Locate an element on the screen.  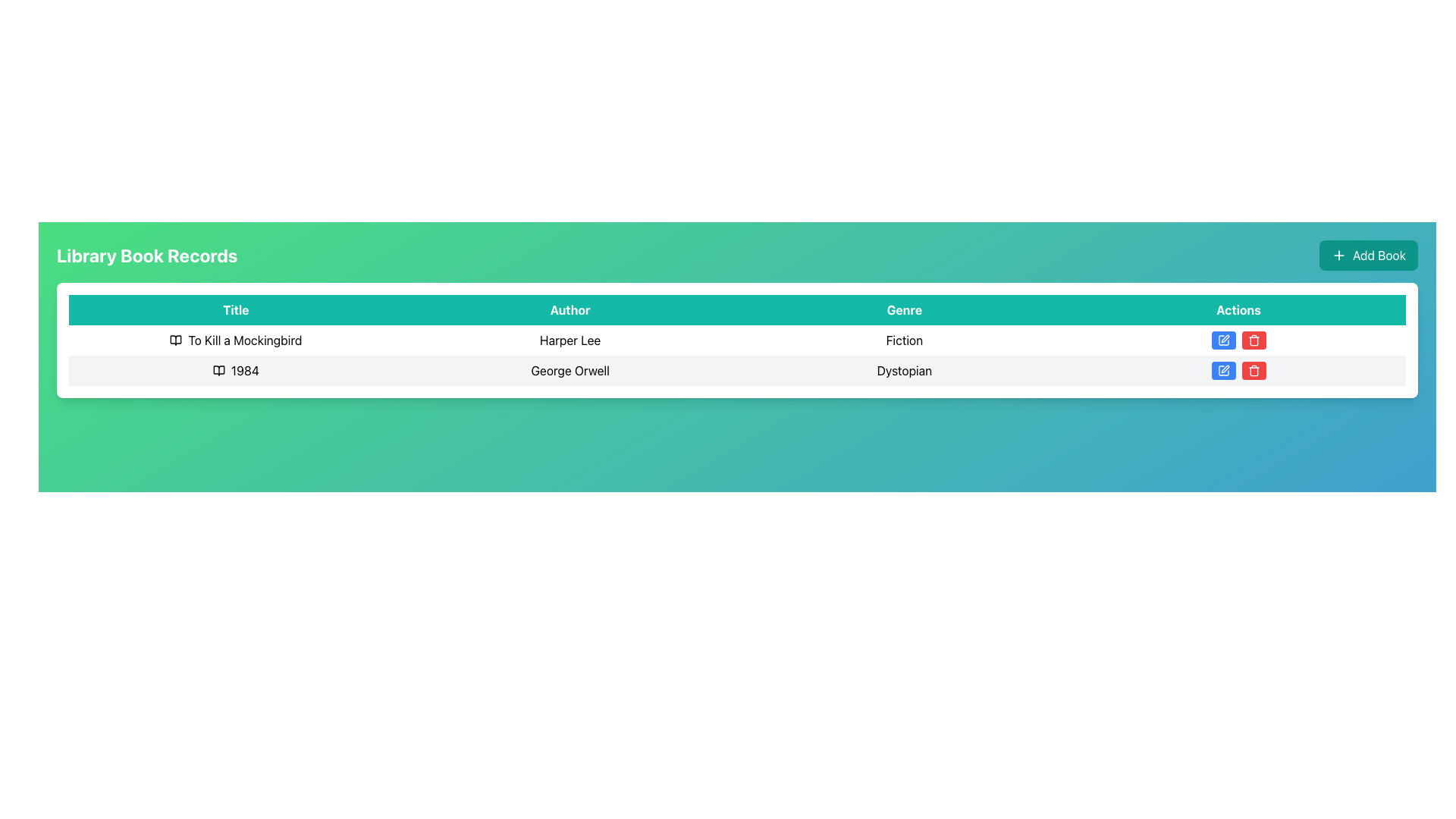
the 'Add Book' button text located at the top-right corner of the interface is located at coordinates (1379, 254).